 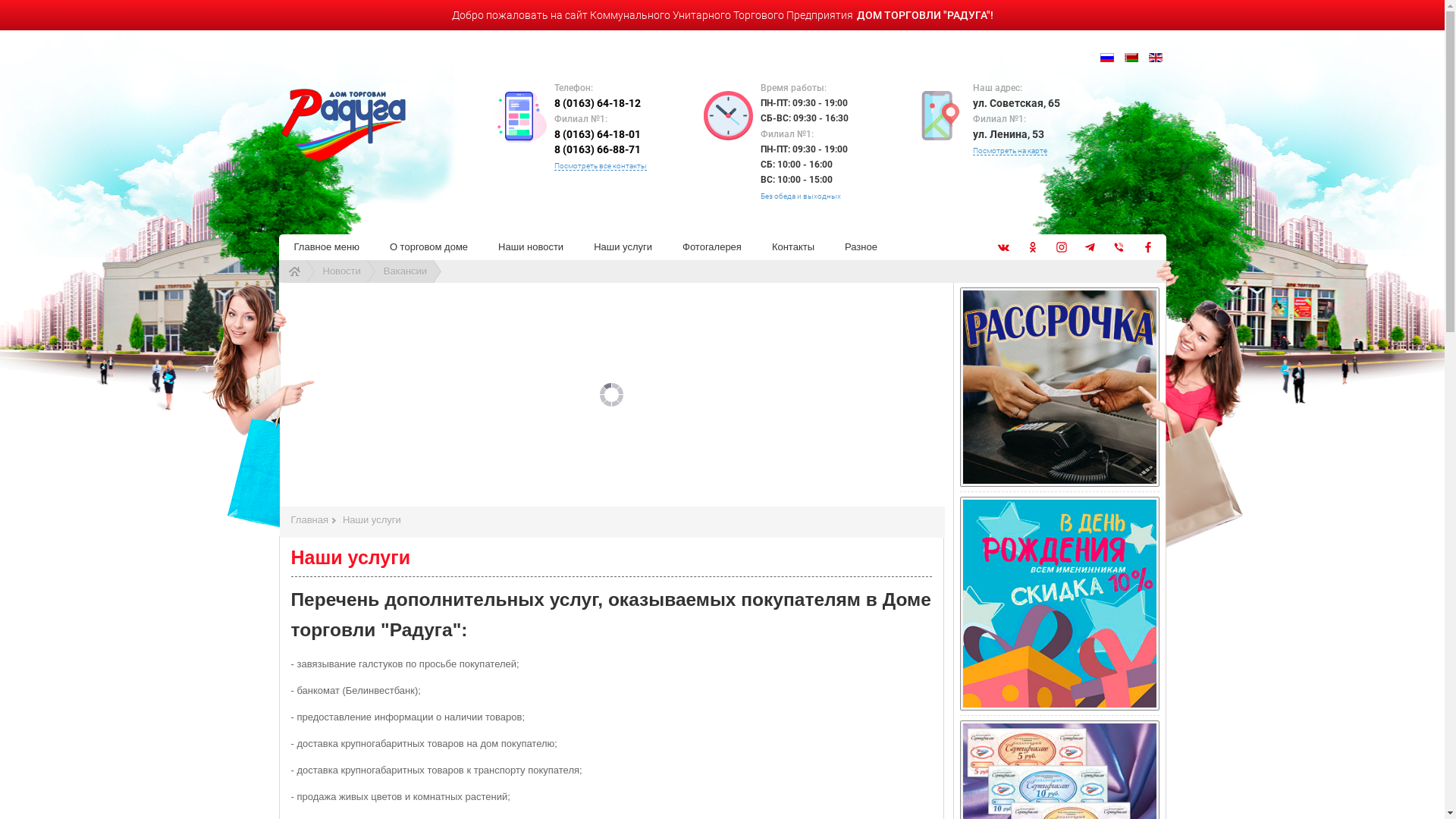 I want to click on '8 (0163) 64-18-12', so click(x=596, y=102).